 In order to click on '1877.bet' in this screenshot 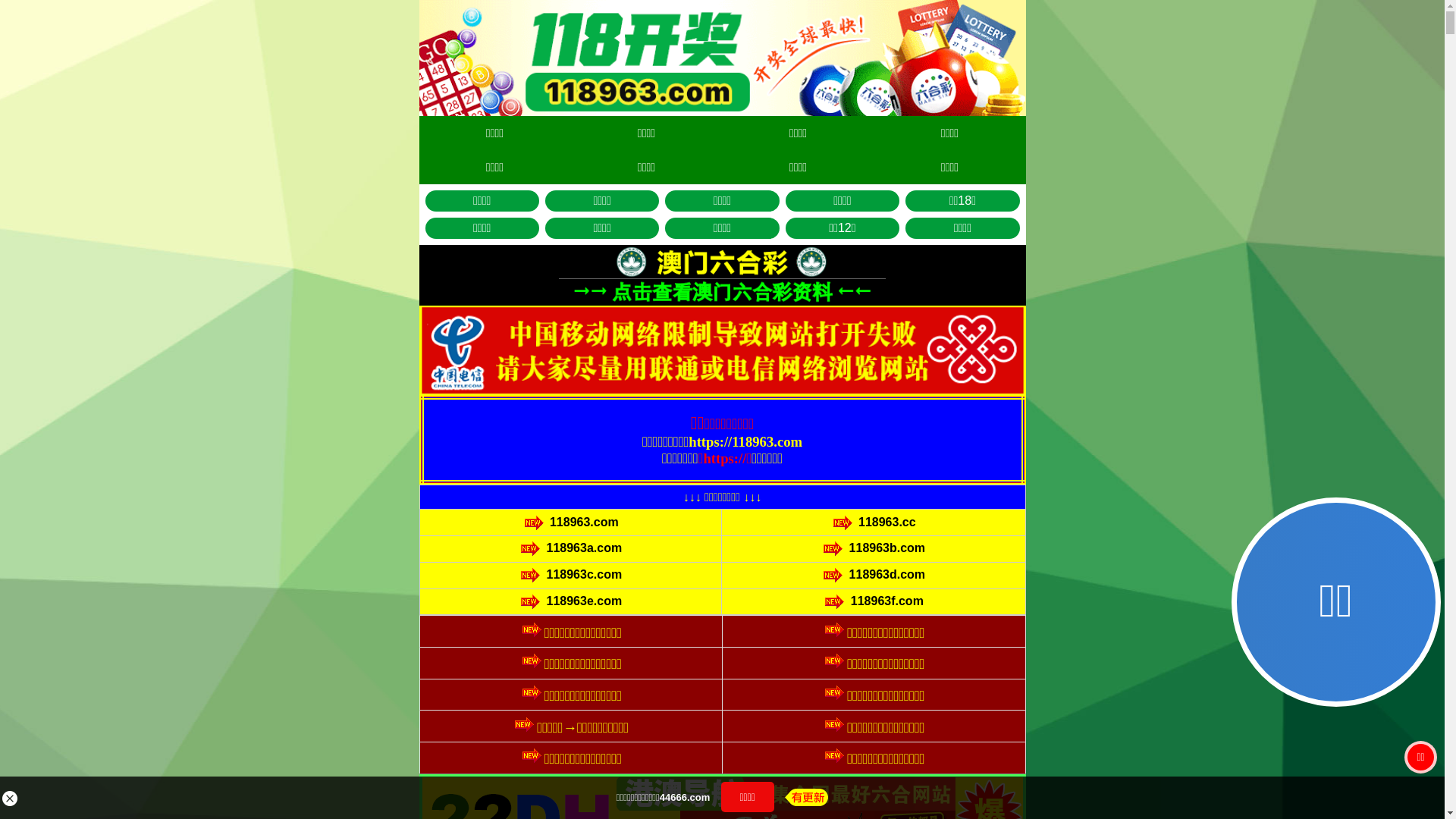, I will do `click(786, 515)`.